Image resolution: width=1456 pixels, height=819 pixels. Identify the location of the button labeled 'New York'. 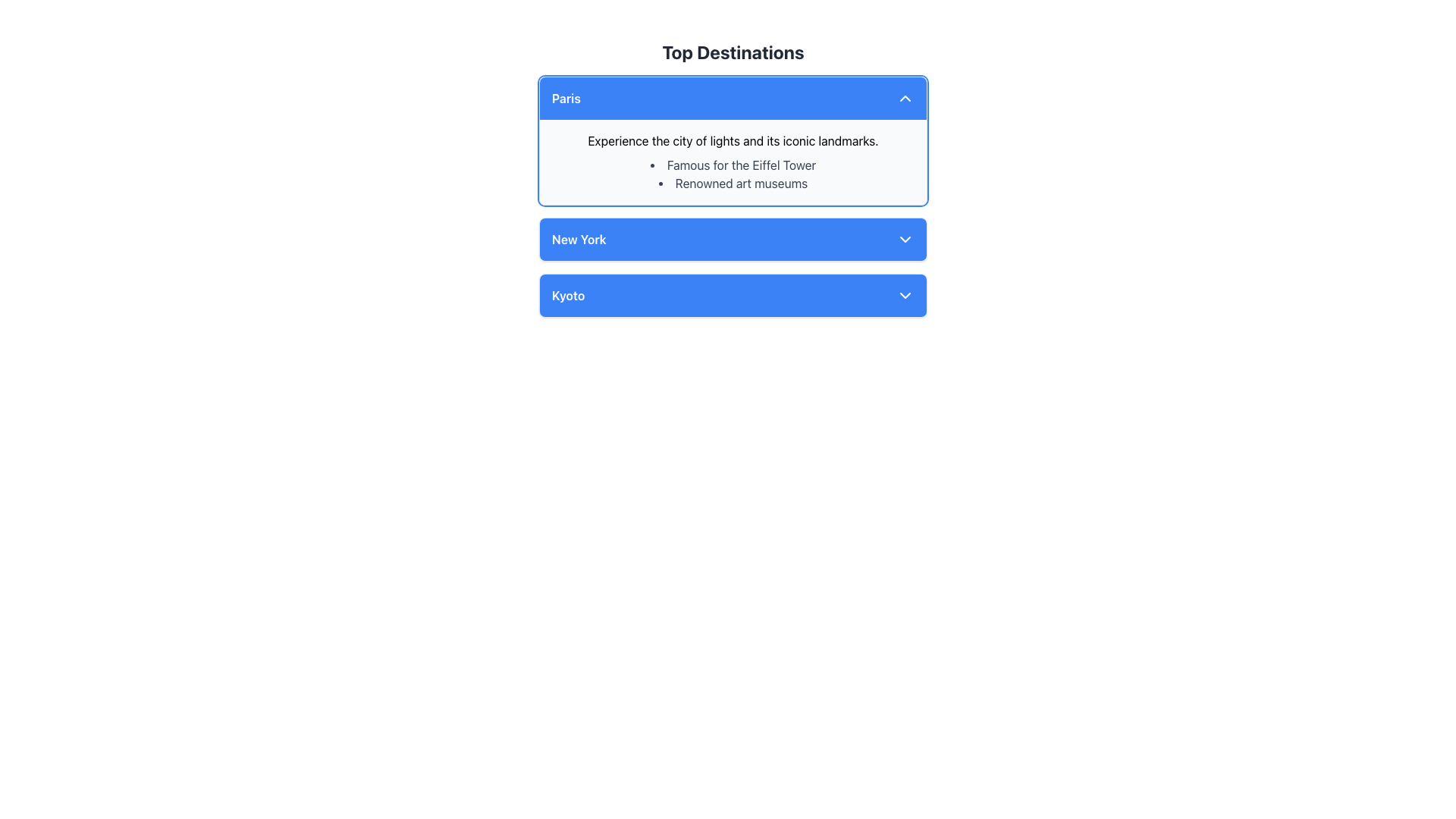
(733, 239).